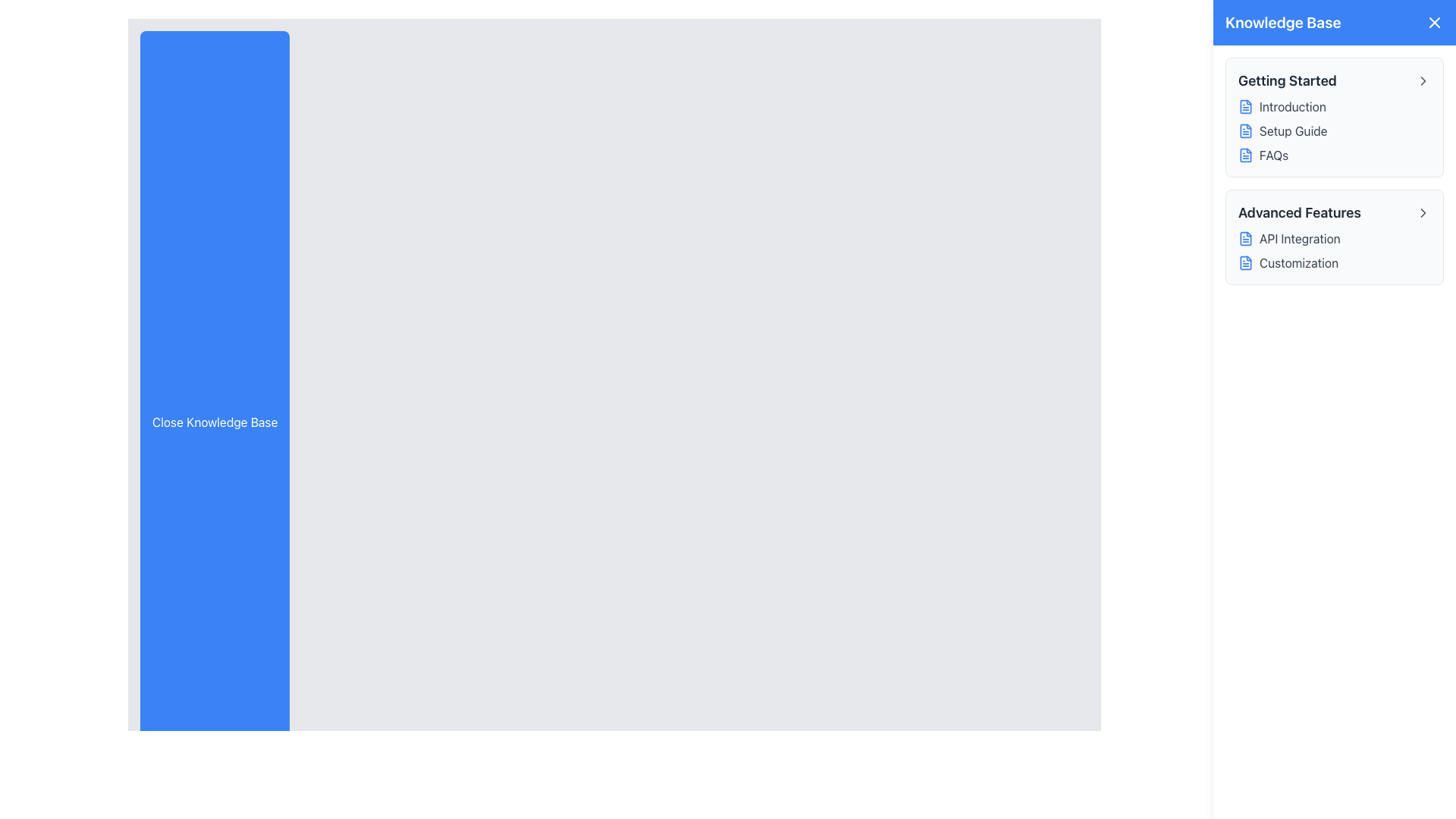 This screenshot has height=819, width=1456. What do you see at coordinates (1422, 81) in the screenshot?
I see `the icon button located to the right of the 'Getting Started' text in the 'Knowledge Base' panel` at bounding box center [1422, 81].